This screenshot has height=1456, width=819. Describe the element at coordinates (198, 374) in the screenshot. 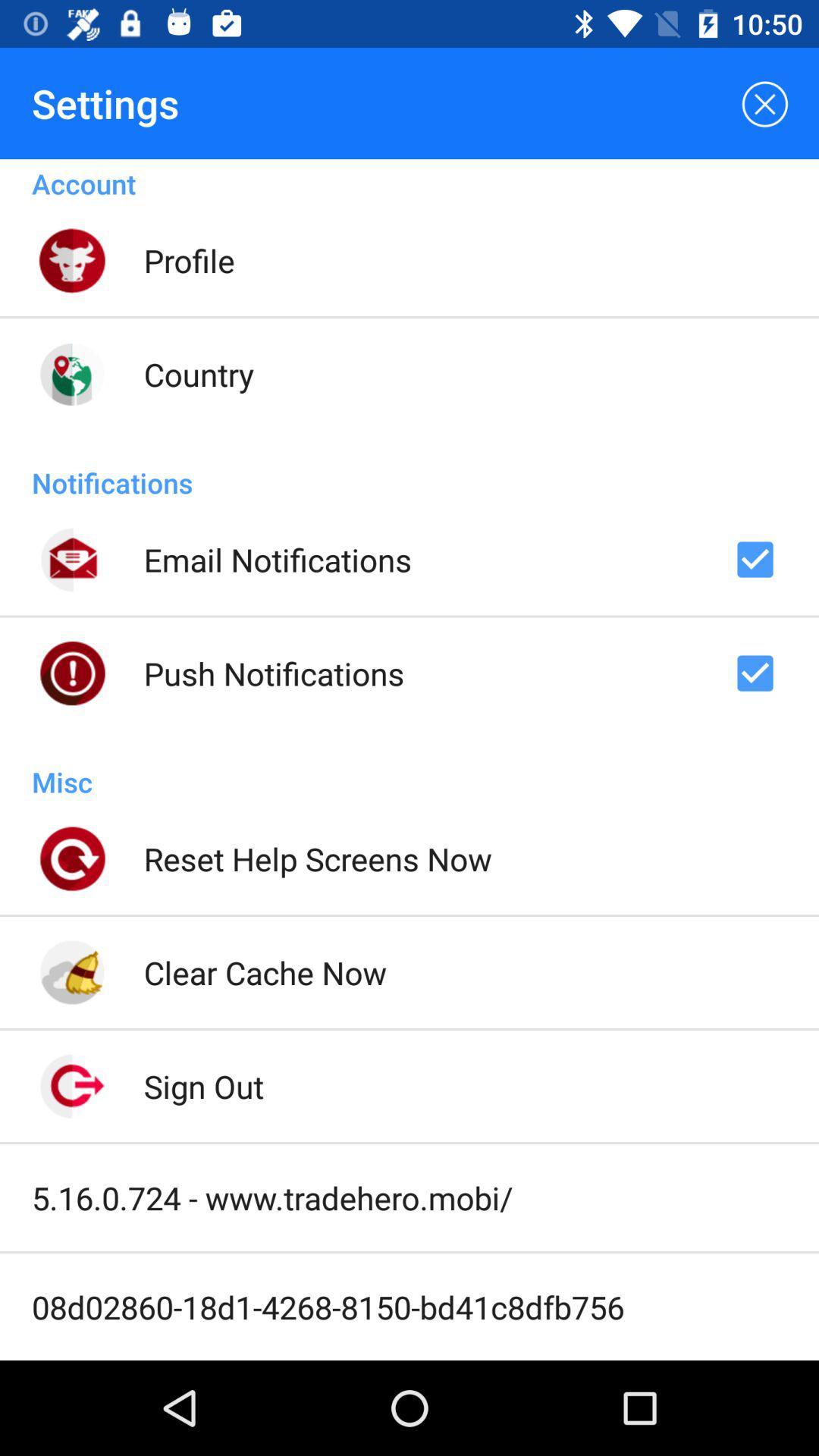

I see `icon above notifications icon` at that location.